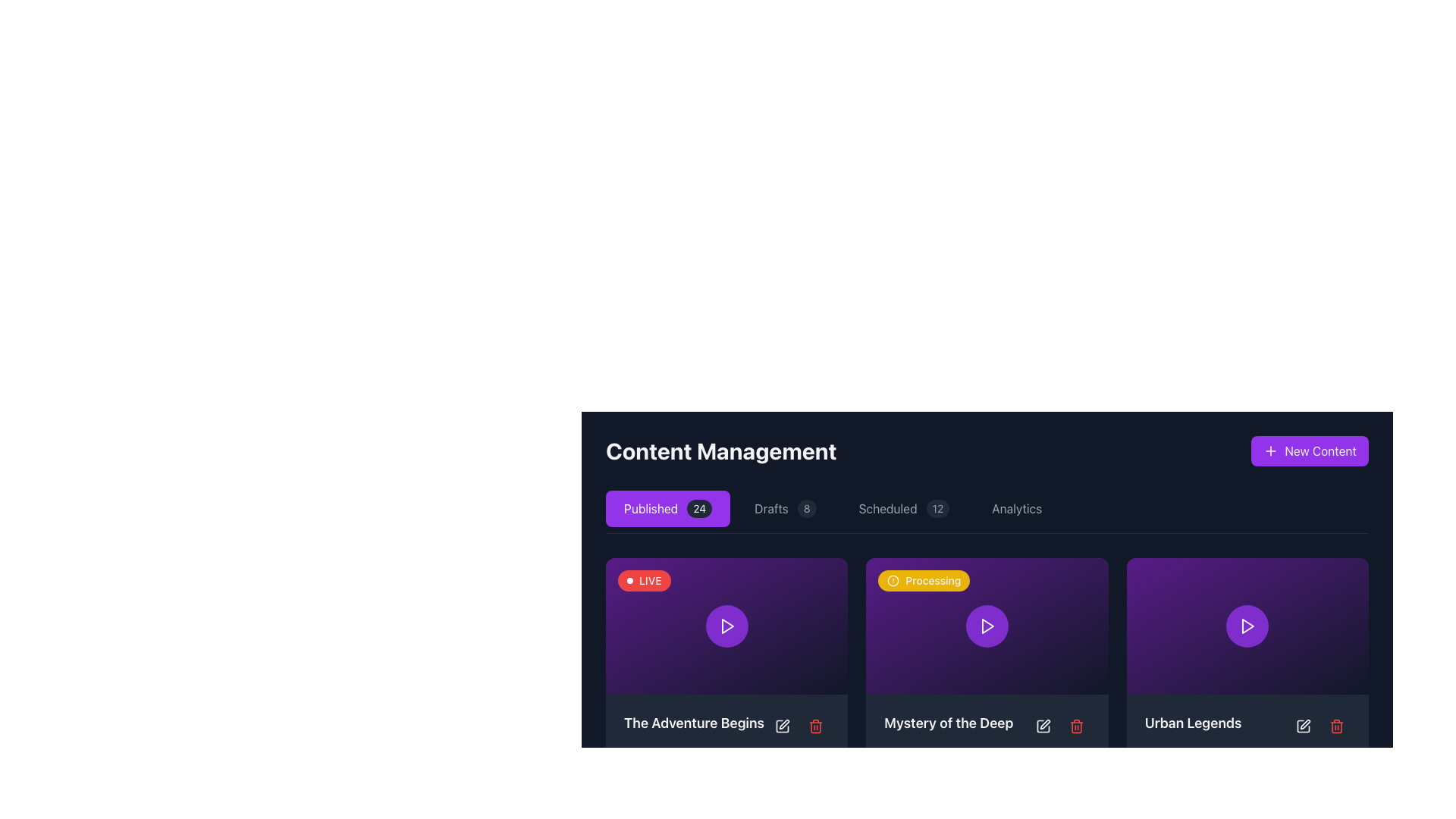 The height and width of the screenshot is (819, 1456). Describe the element at coordinates (948, 722) in the screenshot. I see `the Text Label displaying 'Mystery of the Deep', which is located in the second card under the 'Published' section, aligned bottom-center above edit and delete icons` at that location.